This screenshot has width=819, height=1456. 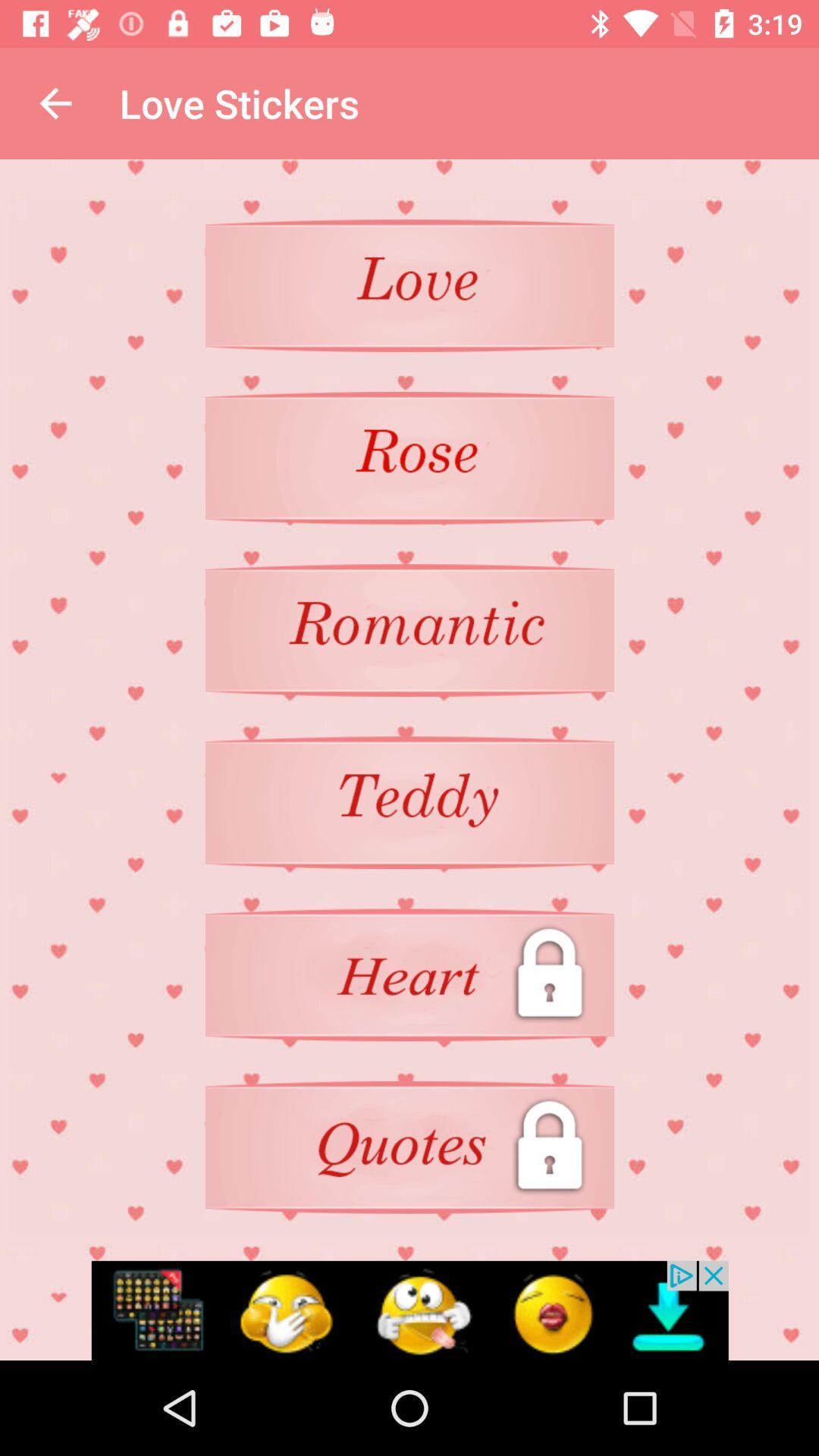 What do you see at coordinates (409, 802) in the screenshot?
I see `the teddy option` at bounding box center [409, 802].